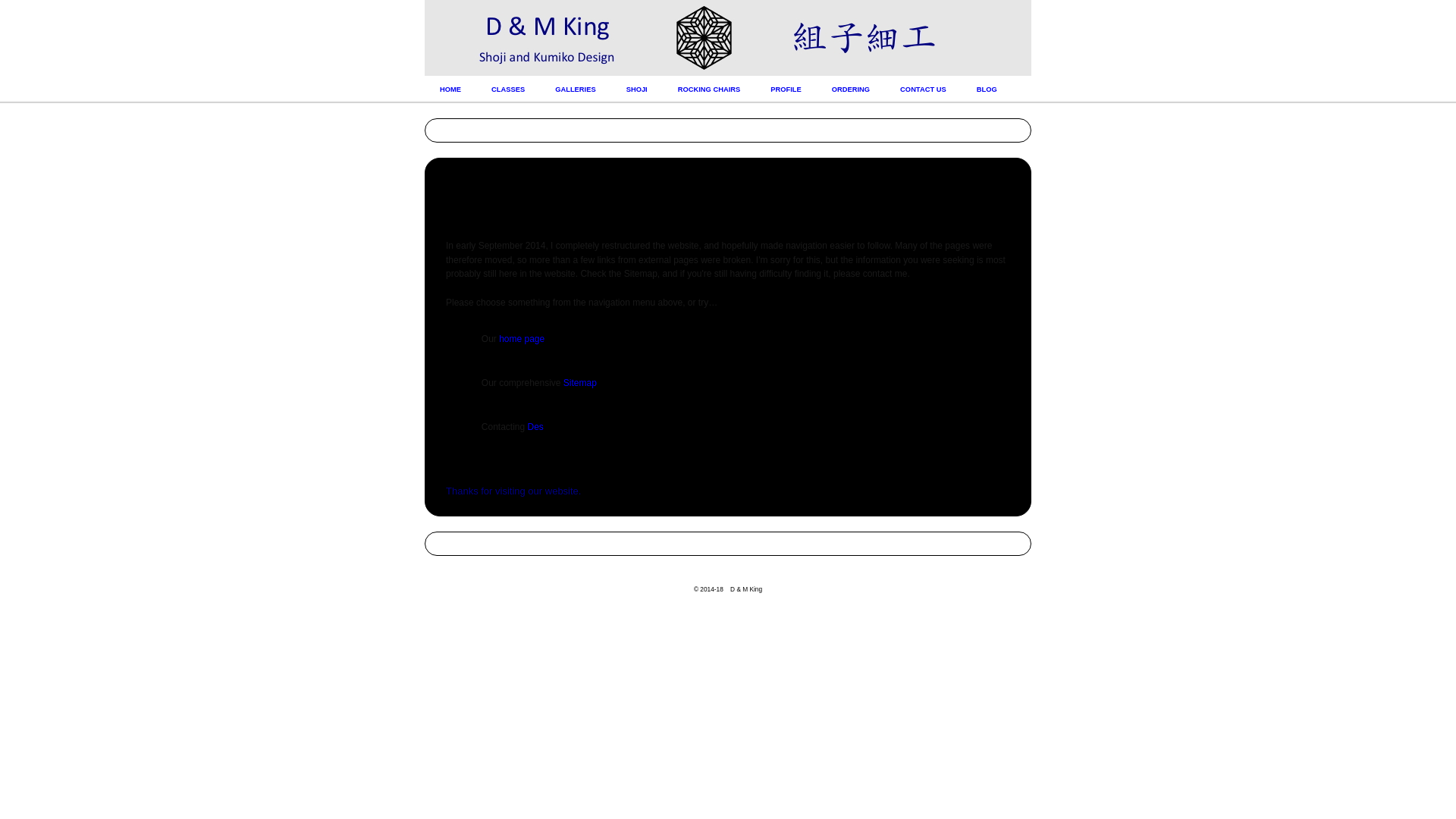 The image size is (1456, 819). I want to click on 'CONTACT US', so click(922, 89).